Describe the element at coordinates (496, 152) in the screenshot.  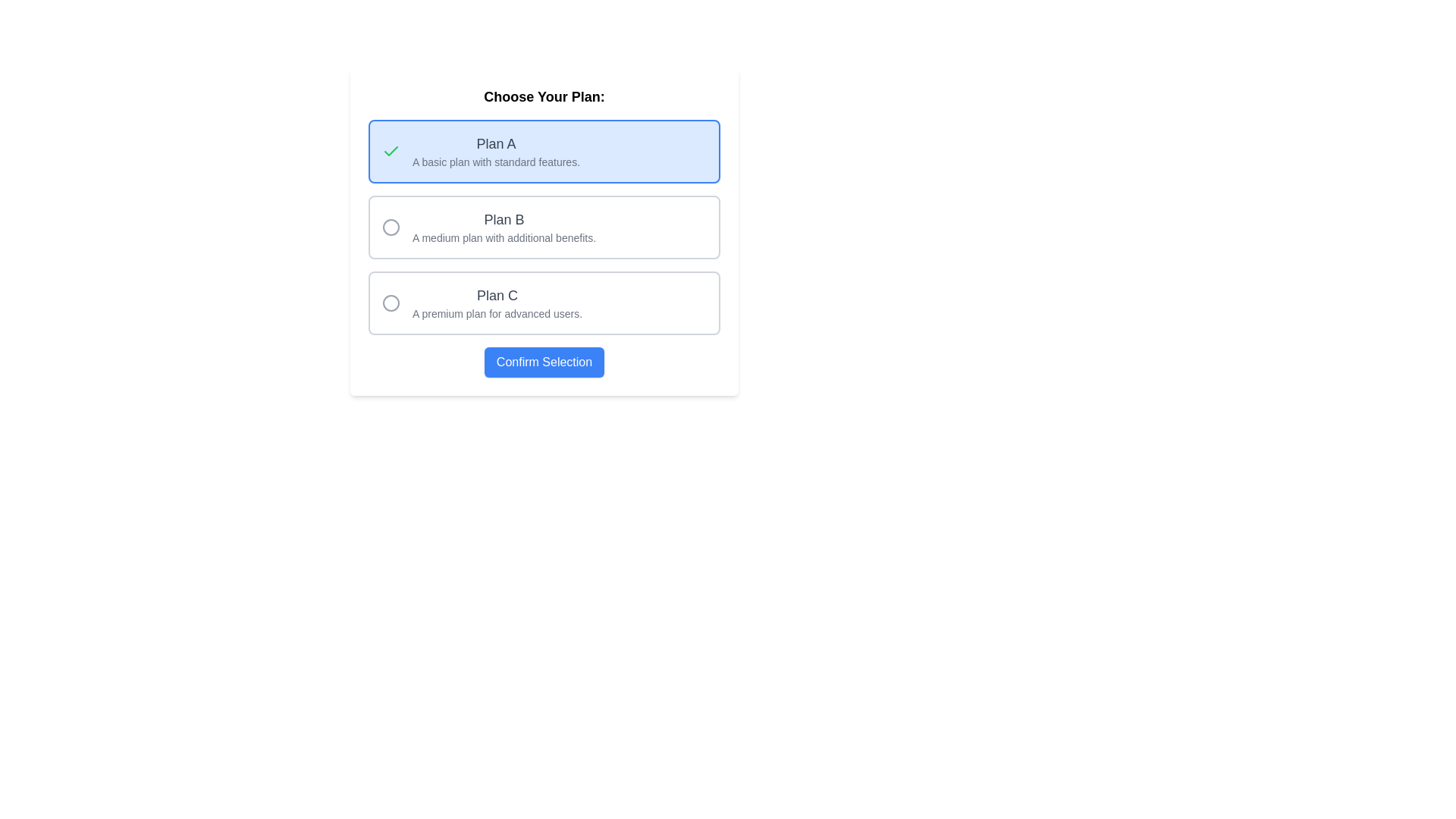
I see `the 'Plan A' text block within the blue highlighted box` at that location.